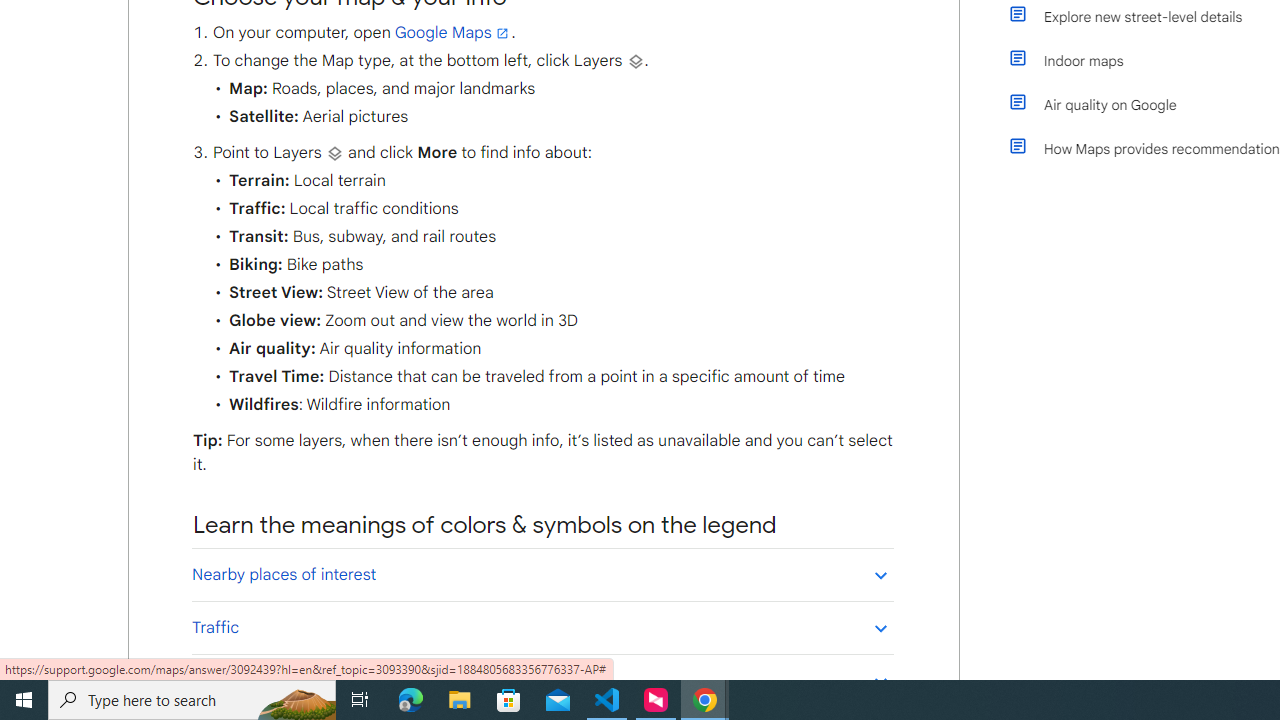 The height and width of the screenshot is (720, 1280). What do you see at coordinates (334, 152) in the screenshot?
I see `'Layers'` at bounding box center [334, 152].